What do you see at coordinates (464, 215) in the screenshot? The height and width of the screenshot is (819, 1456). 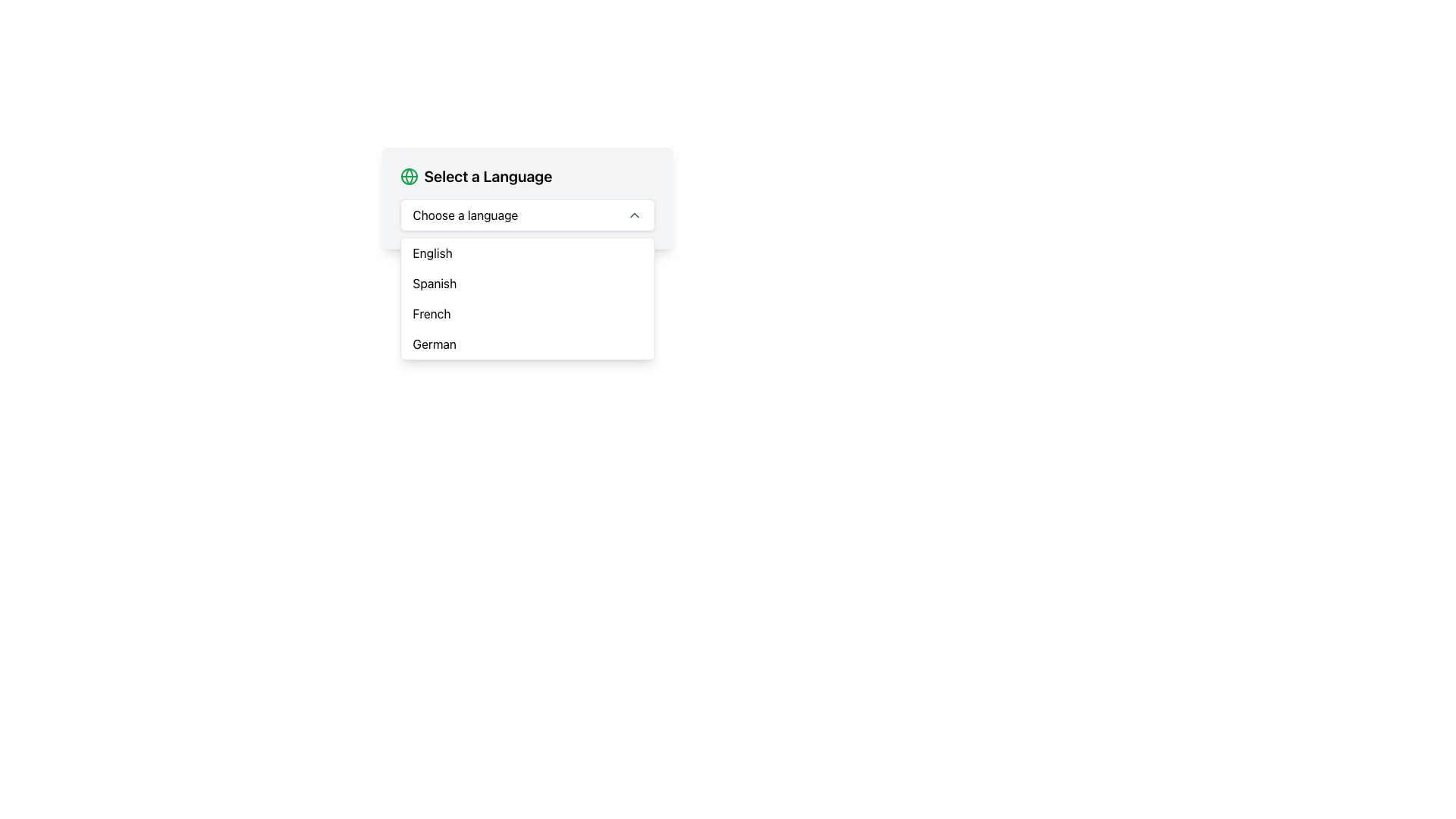 I see `the text display element that says 'Choose a language', which is centrally aligned within the dropdown interface and positioned to the left of the chevron icon` at bounding box center [464, 215].